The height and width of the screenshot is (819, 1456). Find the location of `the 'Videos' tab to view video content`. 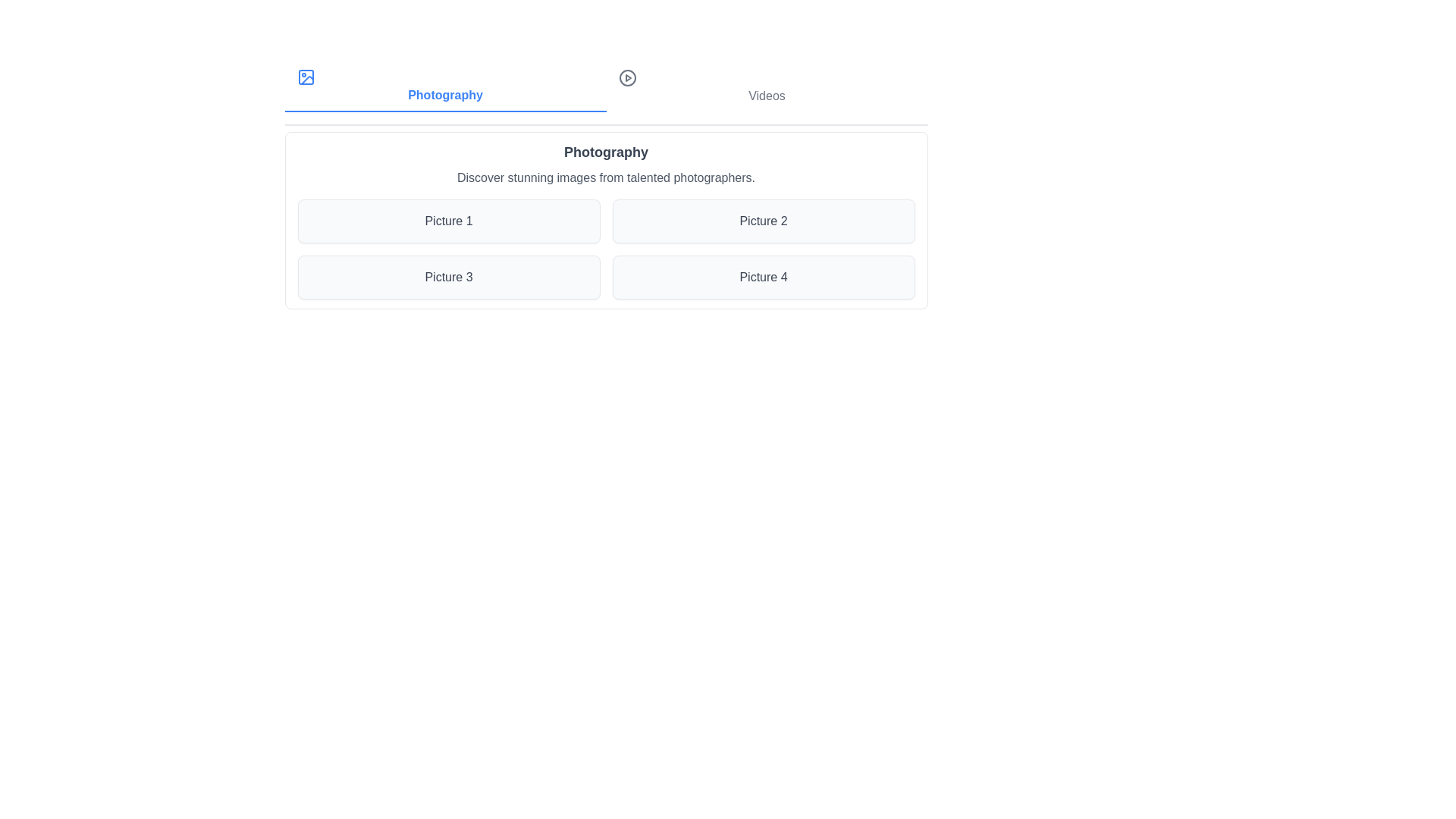

the 'Videos' tab to view video content is located at coordinates (767, 87).